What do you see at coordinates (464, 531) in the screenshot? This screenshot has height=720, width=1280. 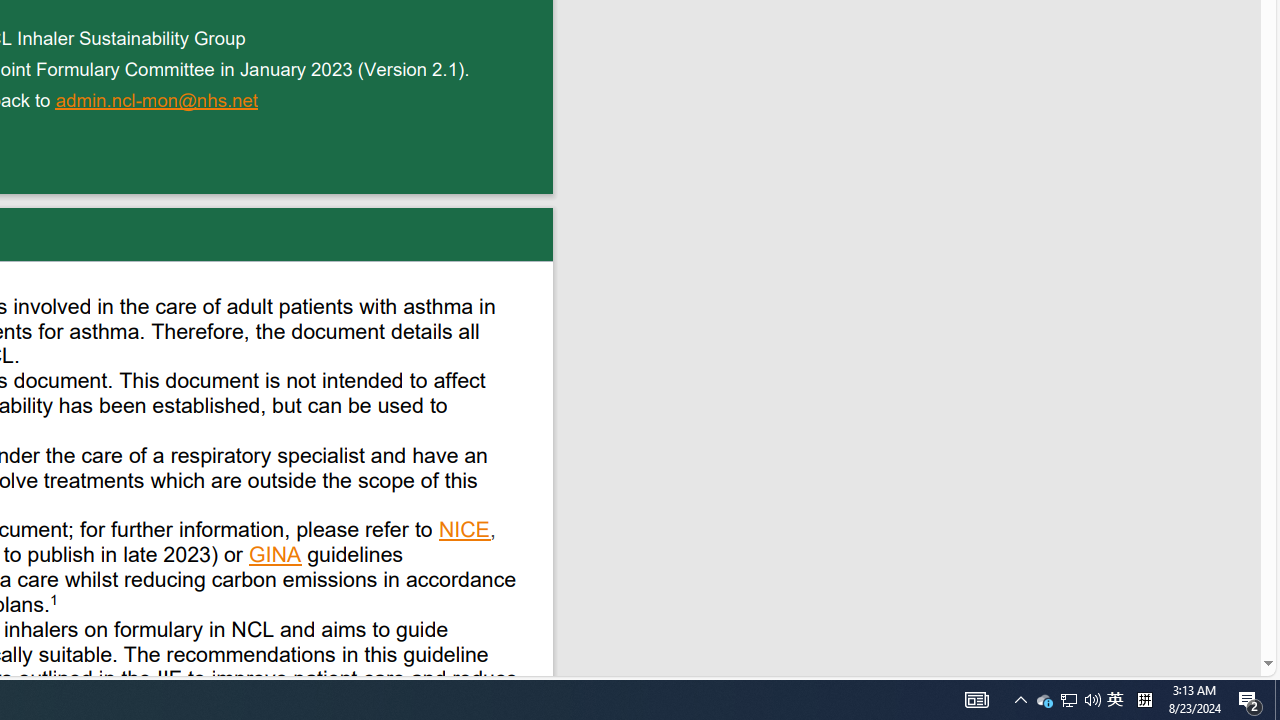 I see `'NICE'` at bounding box center [464, 531].